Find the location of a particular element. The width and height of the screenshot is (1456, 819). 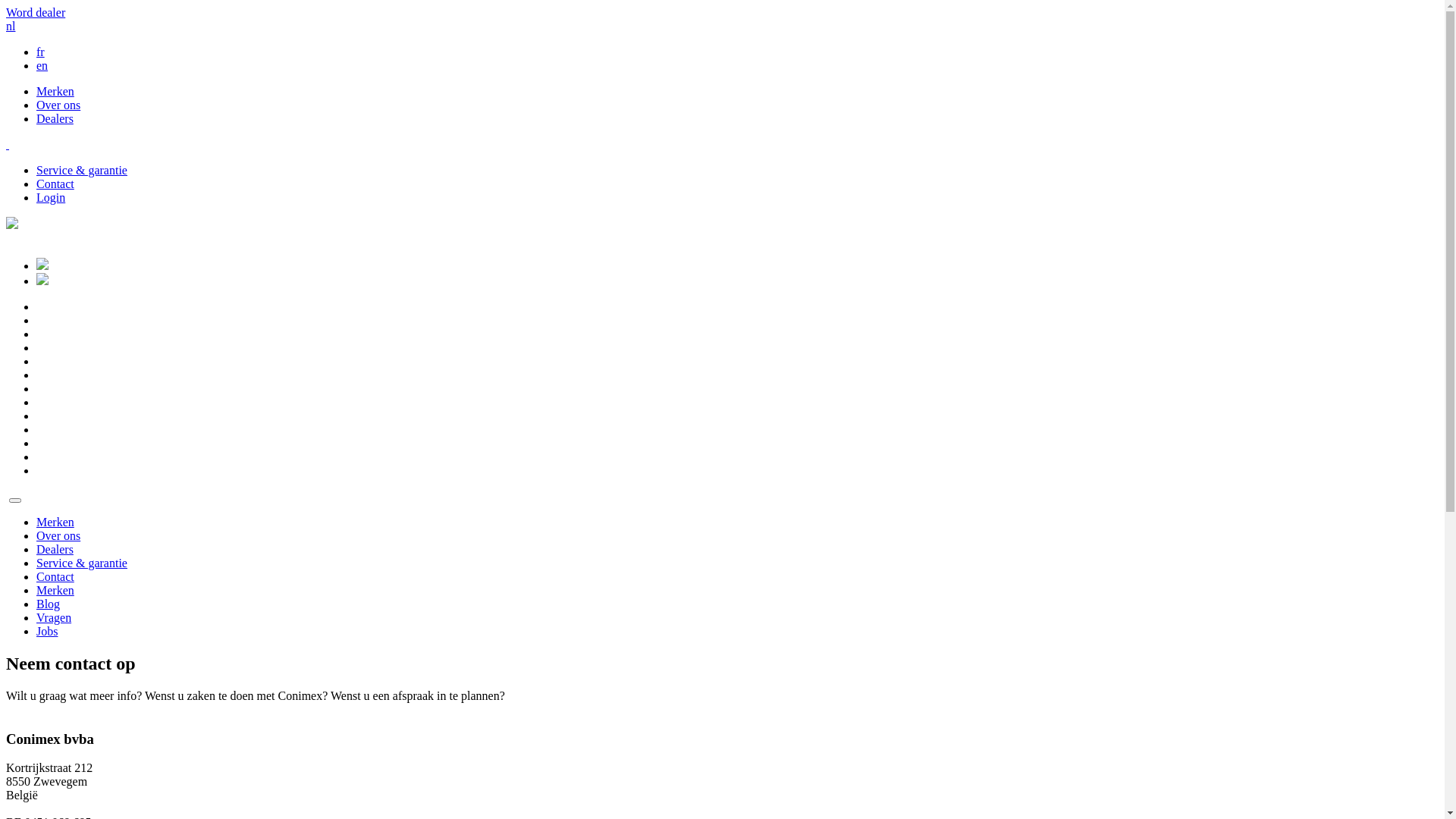

'en' is located at coordinates (42, 64).